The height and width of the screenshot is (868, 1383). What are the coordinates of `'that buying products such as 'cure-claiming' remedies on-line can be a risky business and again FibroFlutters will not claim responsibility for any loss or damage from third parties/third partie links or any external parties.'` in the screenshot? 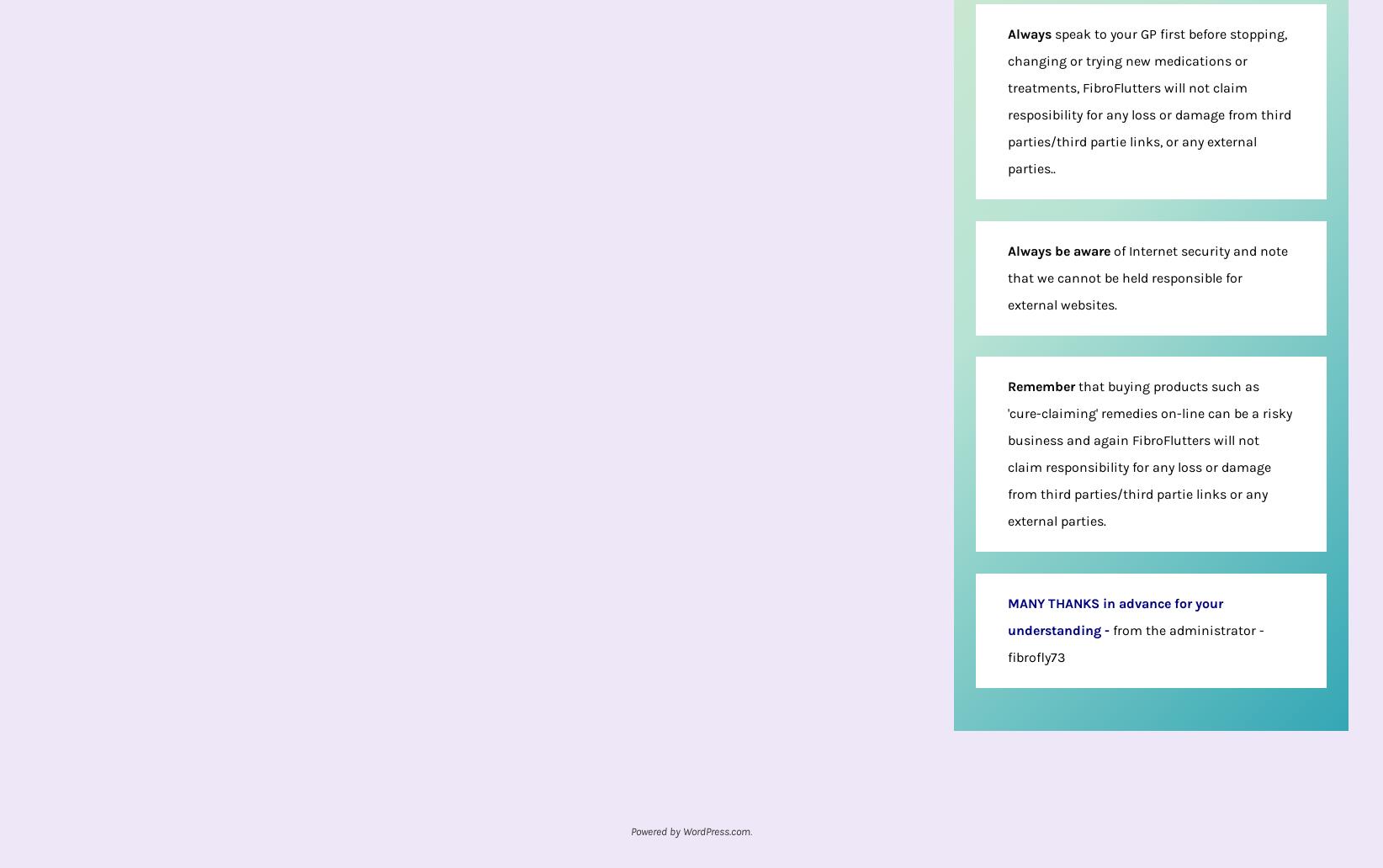 It's located at (1006, 453).